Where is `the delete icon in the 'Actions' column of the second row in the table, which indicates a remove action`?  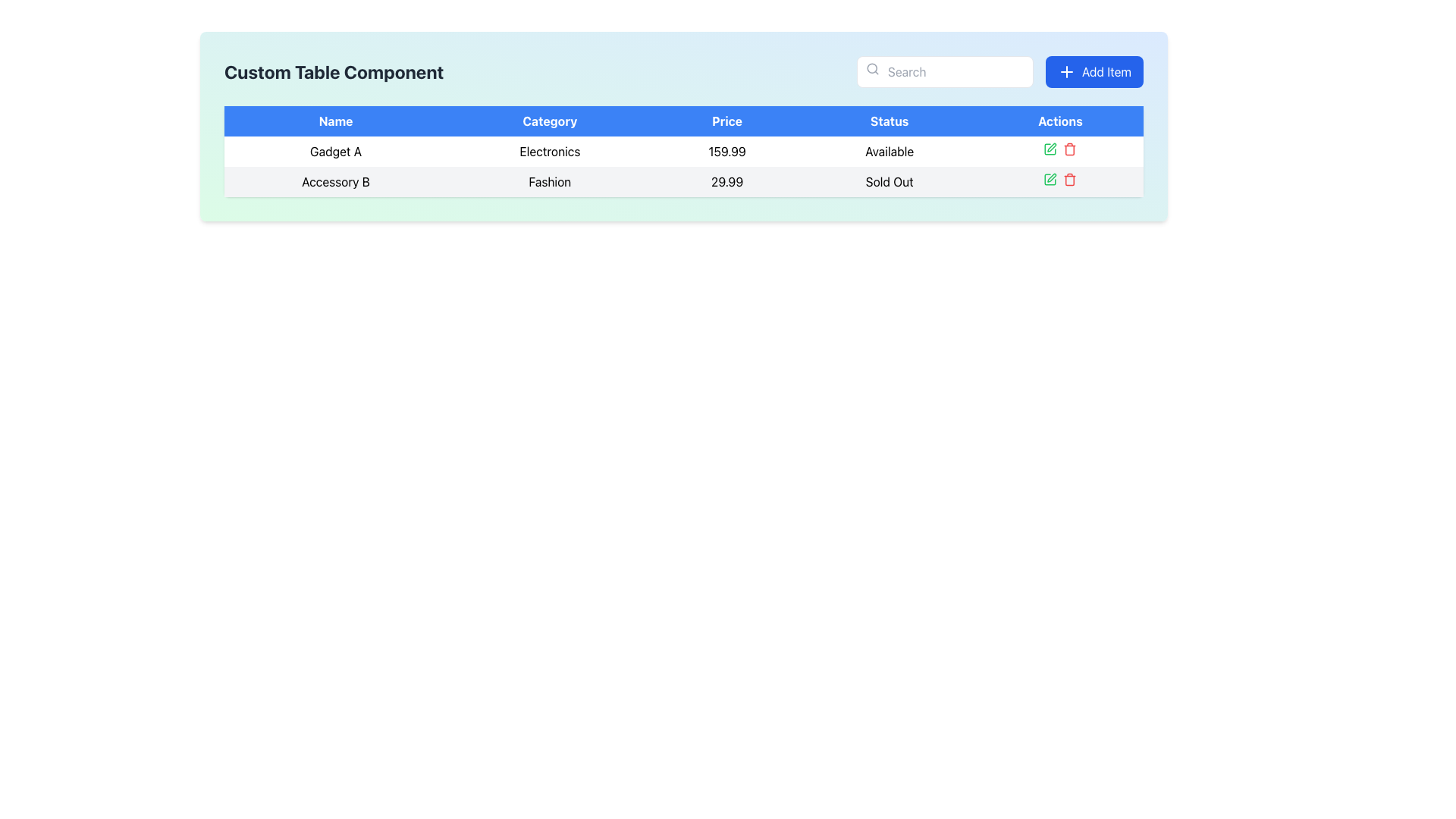
the delete icon in the 'Actions' column of the second row in the table, which indicates a remove action is located at coordinates (1069, 180).